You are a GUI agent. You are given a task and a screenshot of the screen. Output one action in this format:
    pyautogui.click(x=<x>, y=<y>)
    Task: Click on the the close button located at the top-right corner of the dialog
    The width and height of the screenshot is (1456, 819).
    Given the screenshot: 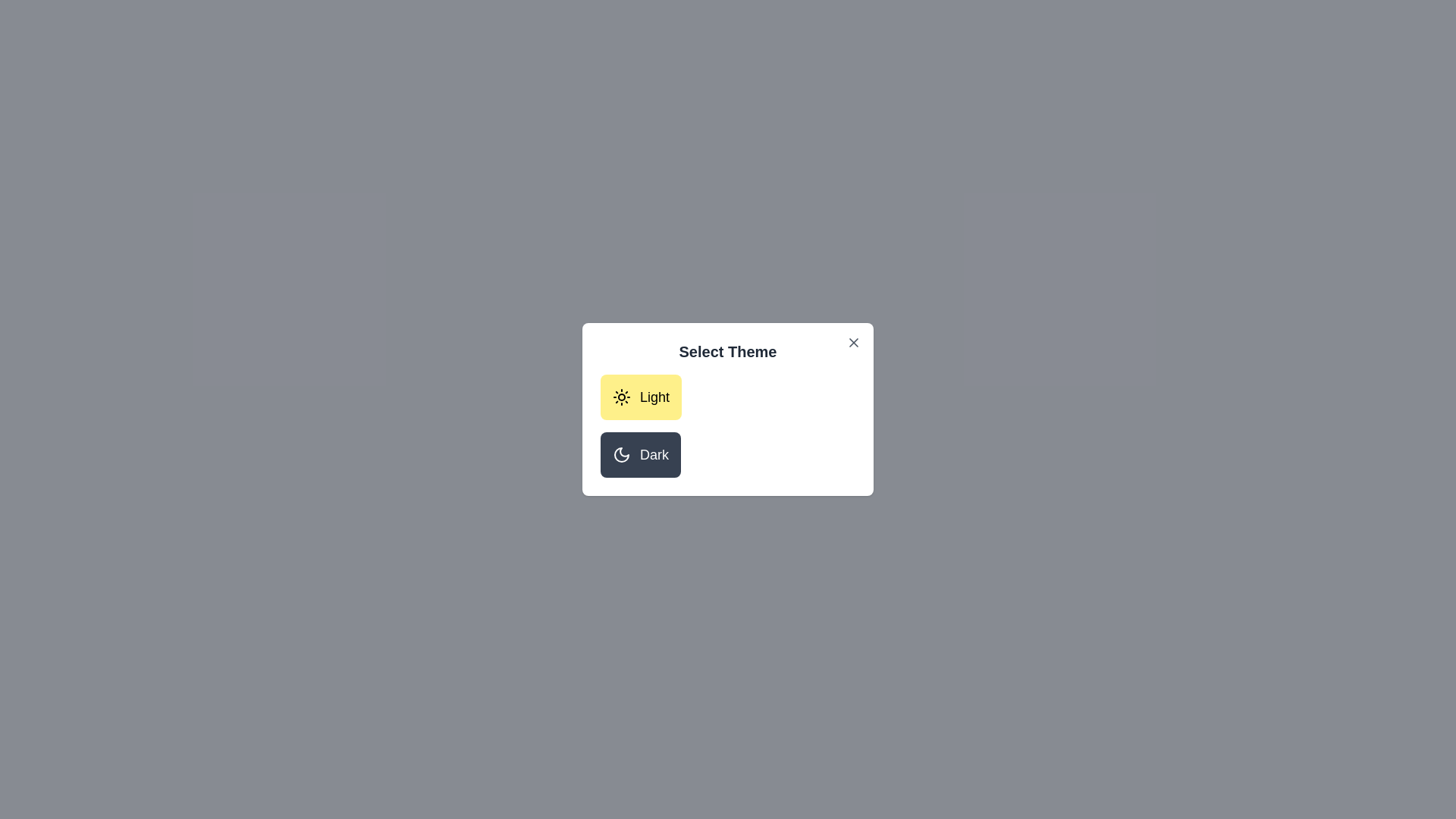 What is the action you would take?
    pyautogui.click(x=854, y=342)
    